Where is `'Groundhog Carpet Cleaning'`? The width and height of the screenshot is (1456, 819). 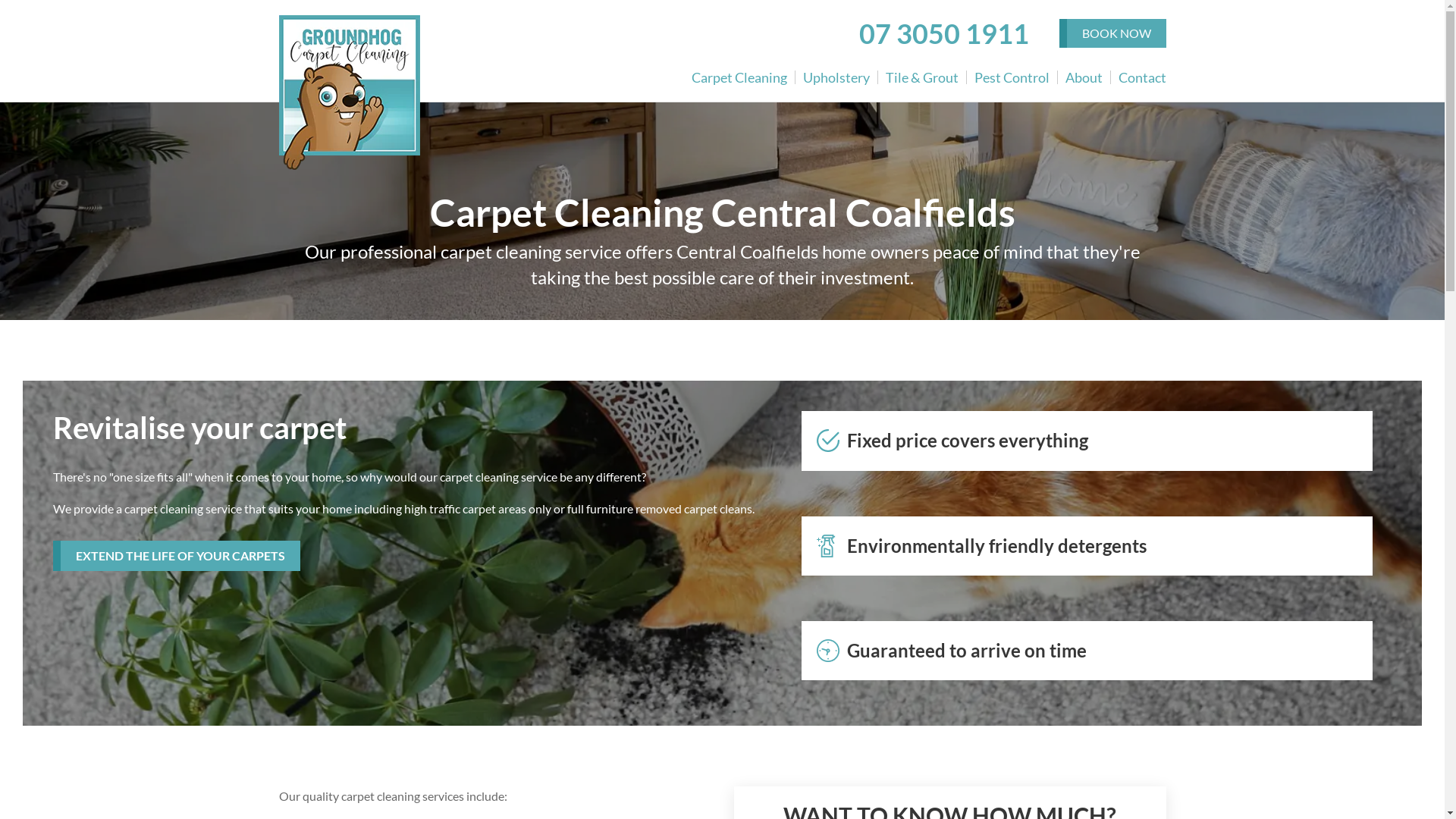
'Groundhog Carpet Cleaning' is located at coordinates (348, 93).